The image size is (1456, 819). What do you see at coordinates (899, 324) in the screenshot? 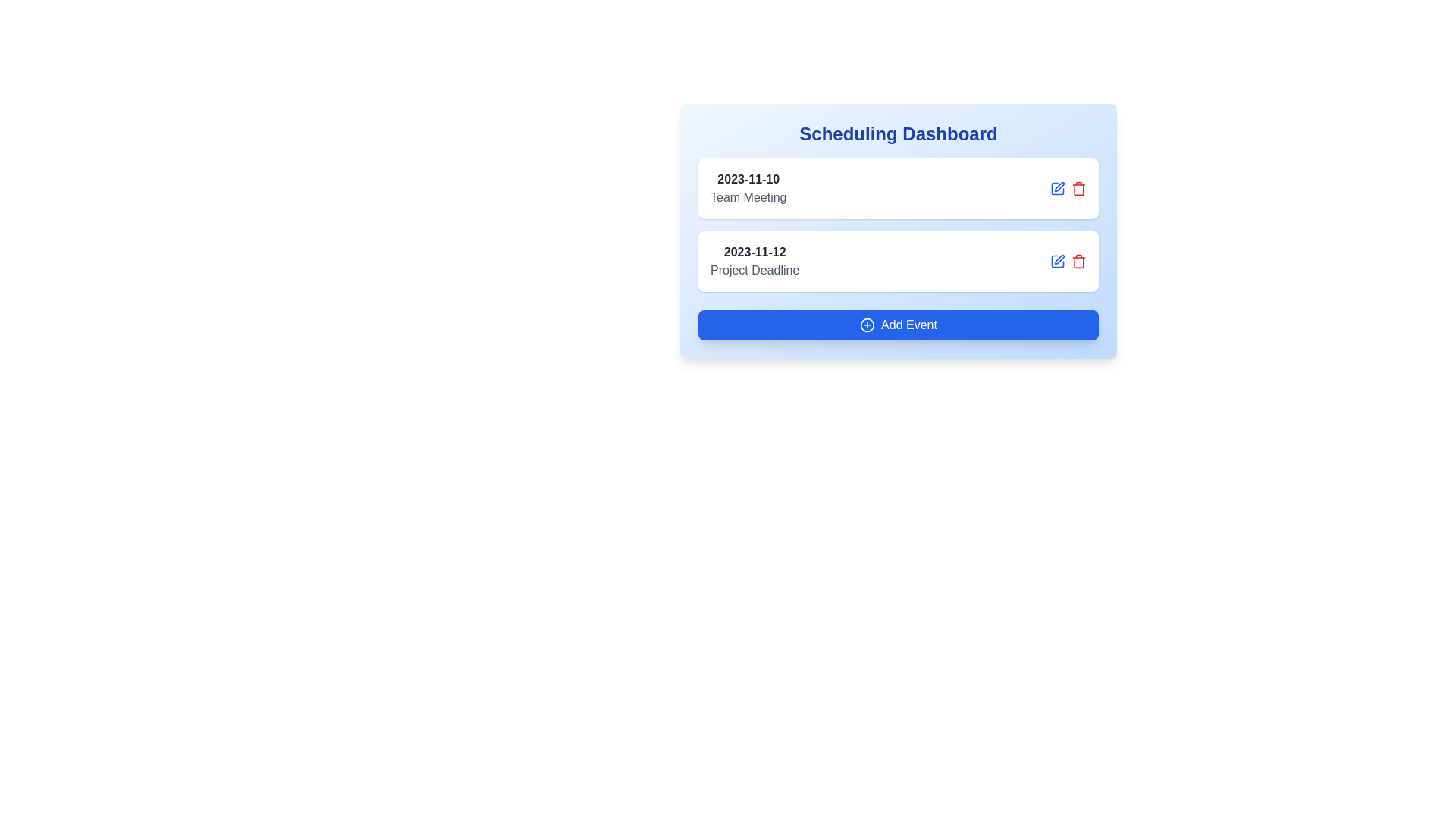
I see `the 'Add New Event' button located at the bottom of the 'Scheduling Dashboard' card, which is positioned beneath the event tiles for '2023-11-10 Team Meeting' and '2023-11-12 Project Deadline'` at bounding box center [899, 324].